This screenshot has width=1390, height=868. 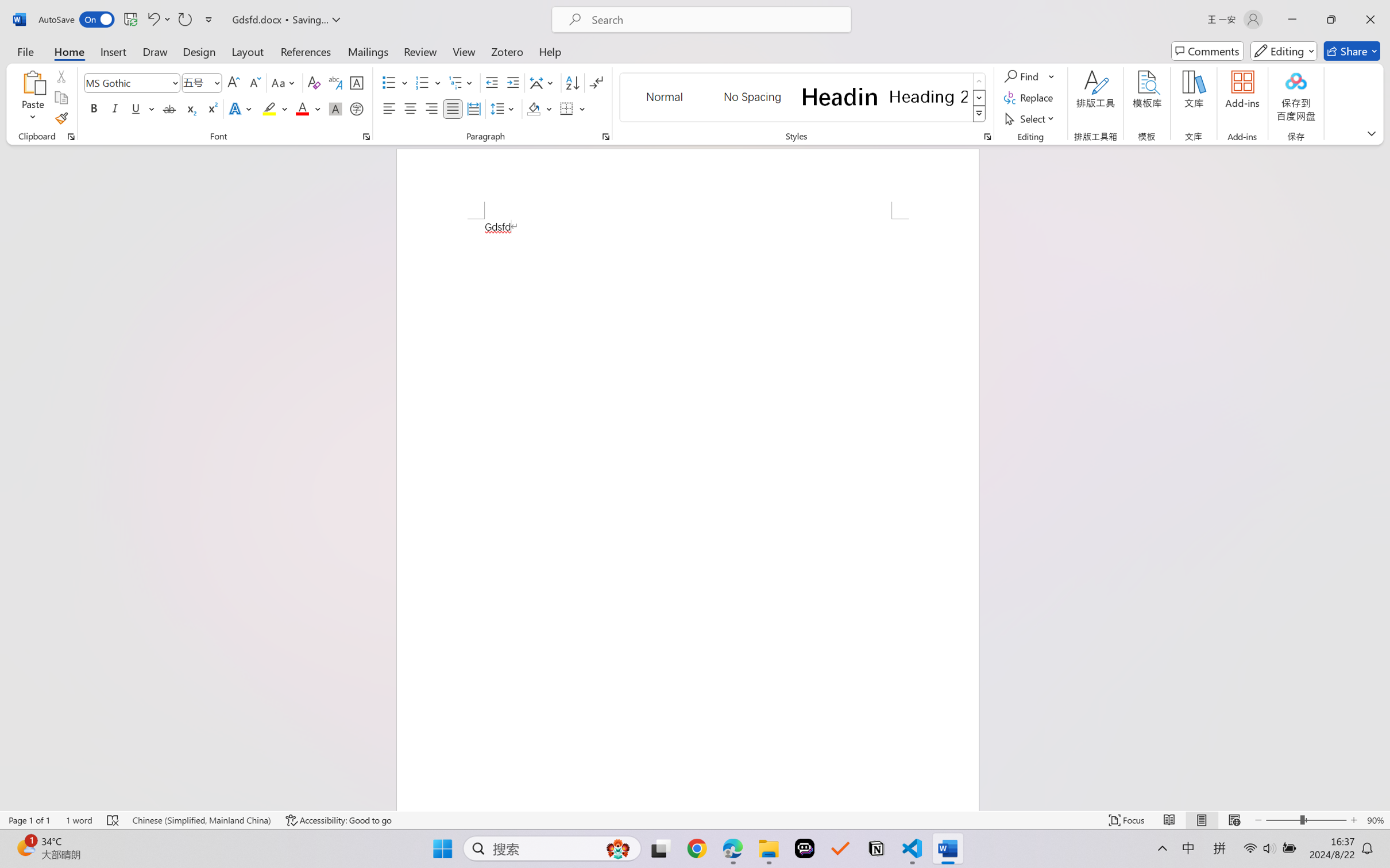 I want to click on 'Multilevel List', so click(x=462, y=83).